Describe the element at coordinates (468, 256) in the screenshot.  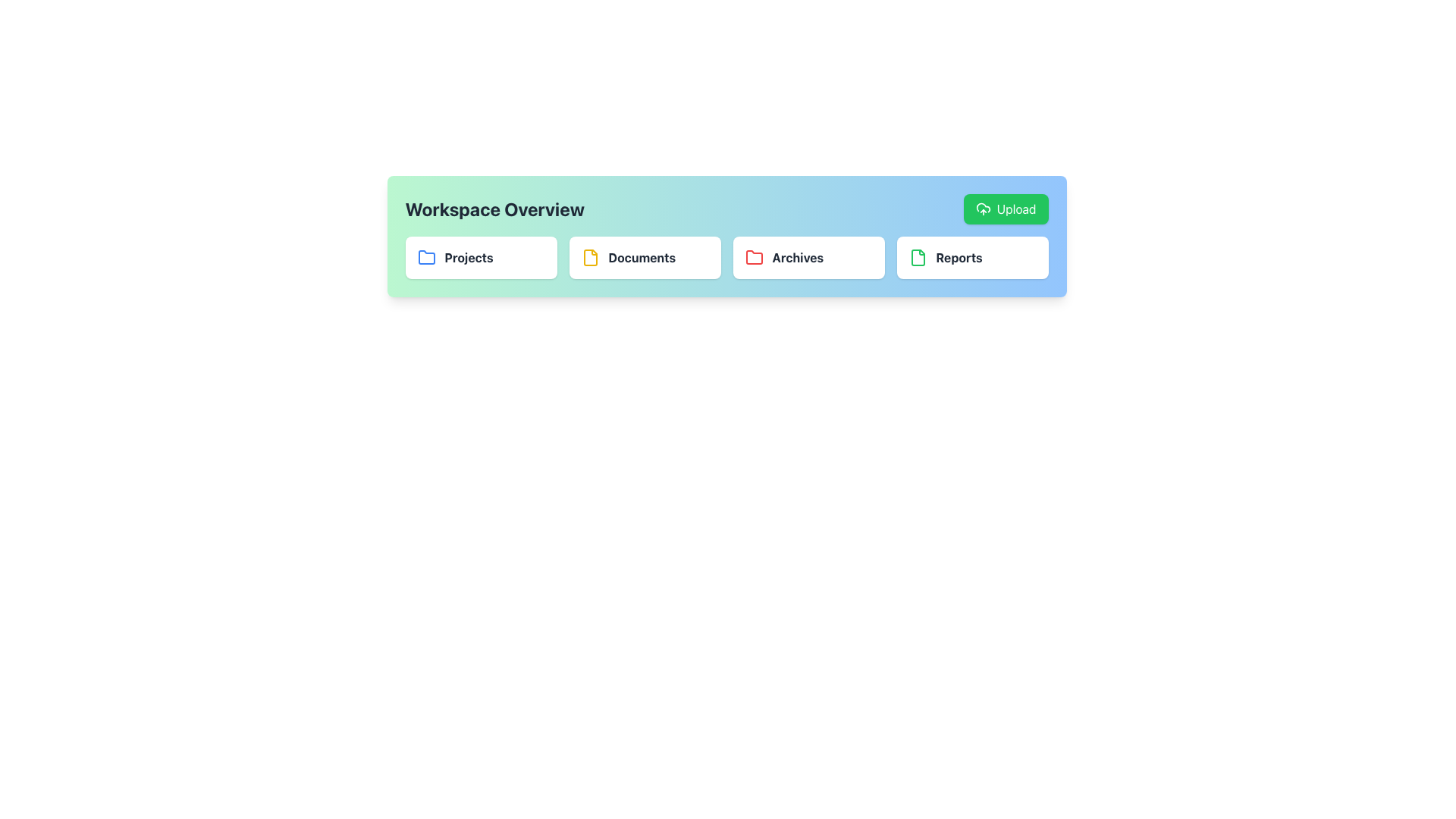
I see `the 'Projects' text label, which is positioned within a card structure to the right of a blue folder icon, serving as a heading in the 'Workspace Overview' section` at that location.